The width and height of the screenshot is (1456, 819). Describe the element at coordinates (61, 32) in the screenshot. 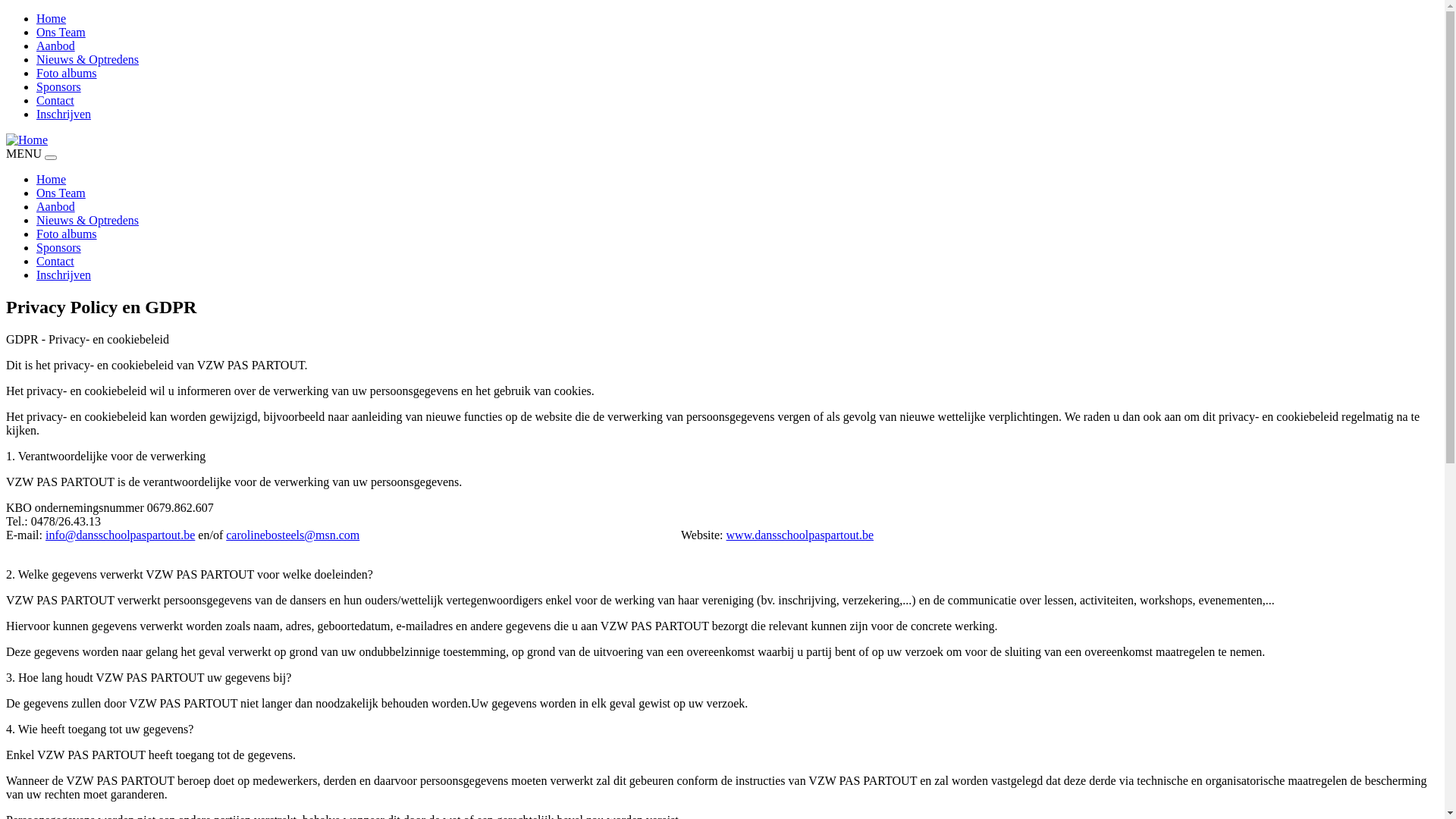

I see `'Ons Team'` at that location.